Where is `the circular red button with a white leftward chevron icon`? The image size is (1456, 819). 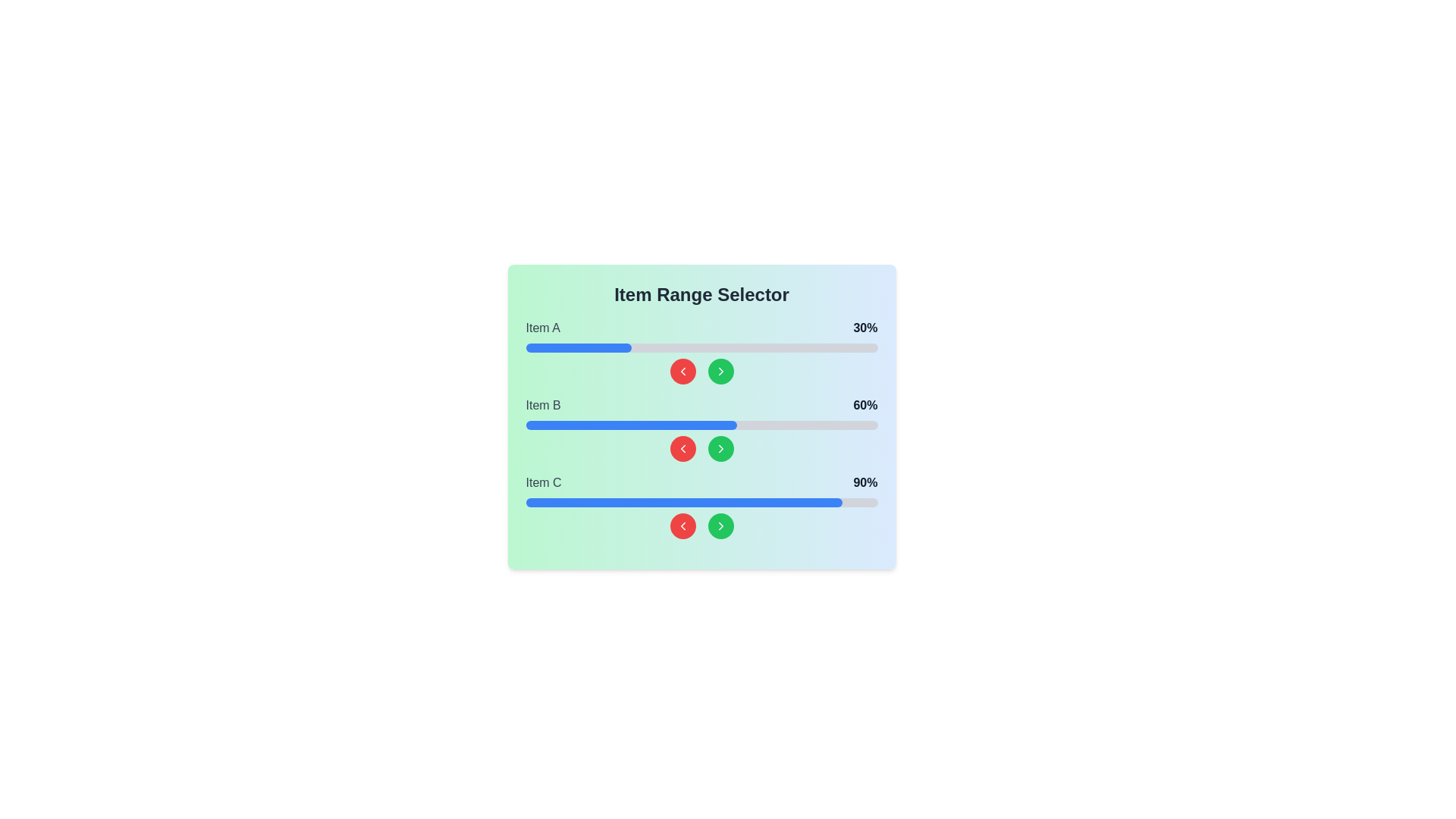 the circular red button with a white leftward chevron icon is located at coordinates (682, 371).